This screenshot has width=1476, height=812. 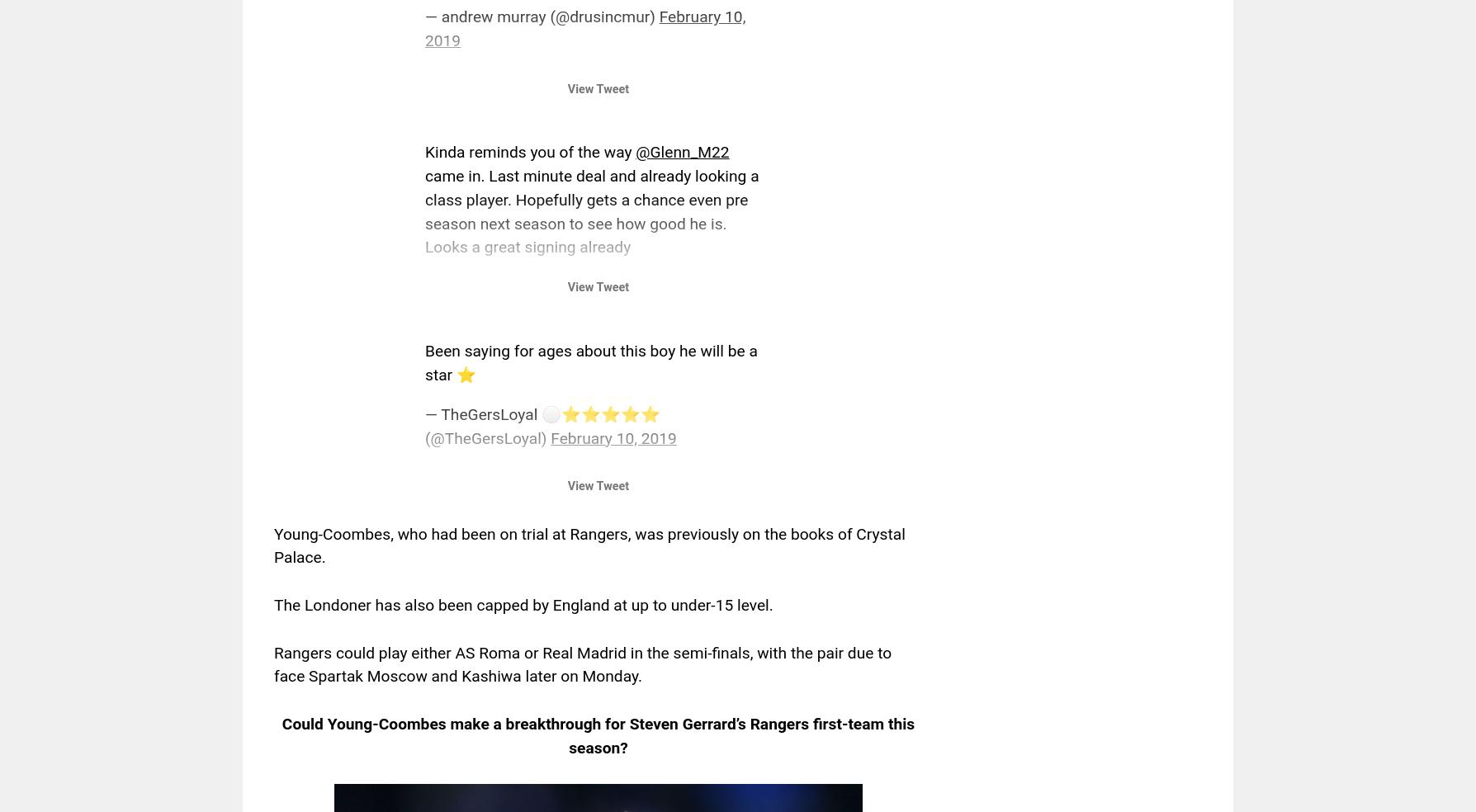 What do you see at coordinates (597, 735) in the screenshot?
I see `'Could Young-Coombes make a breakthrough for Steven Gerrard’s Rangers first-team this season?'` at bounding box center [597, 735].